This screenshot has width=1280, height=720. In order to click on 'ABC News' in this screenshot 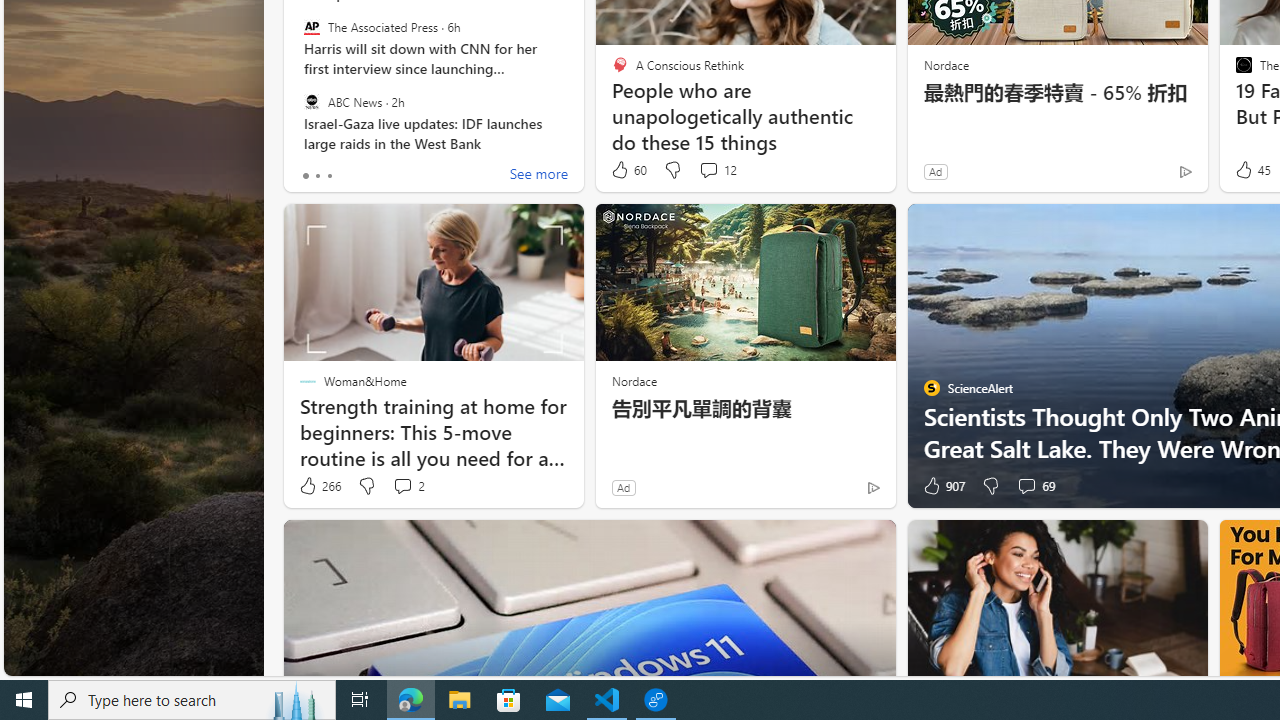, I will do `click(310, 101)`.